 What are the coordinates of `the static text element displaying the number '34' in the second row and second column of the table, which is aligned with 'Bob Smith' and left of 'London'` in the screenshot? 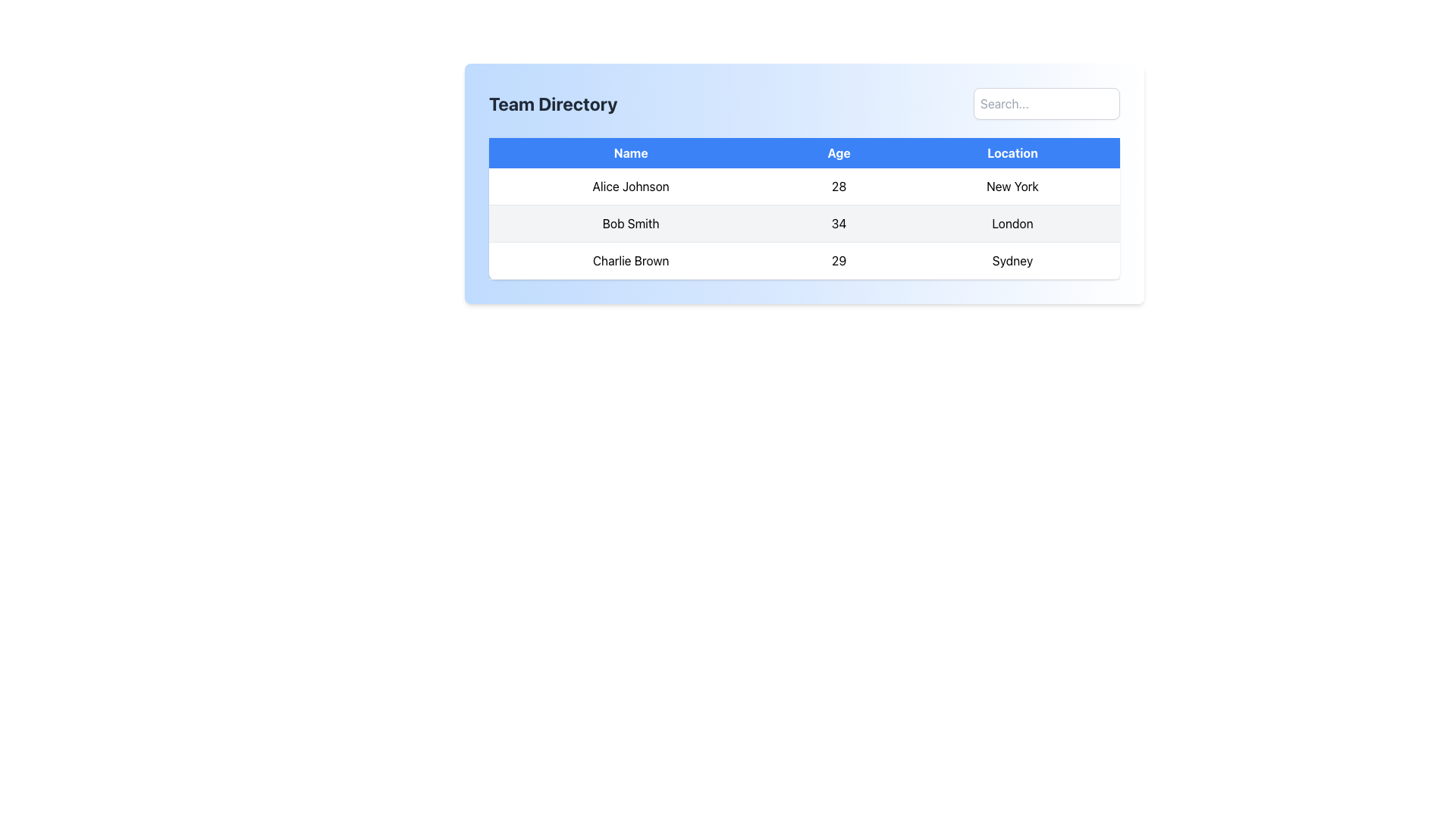 It's located at (838, 223).